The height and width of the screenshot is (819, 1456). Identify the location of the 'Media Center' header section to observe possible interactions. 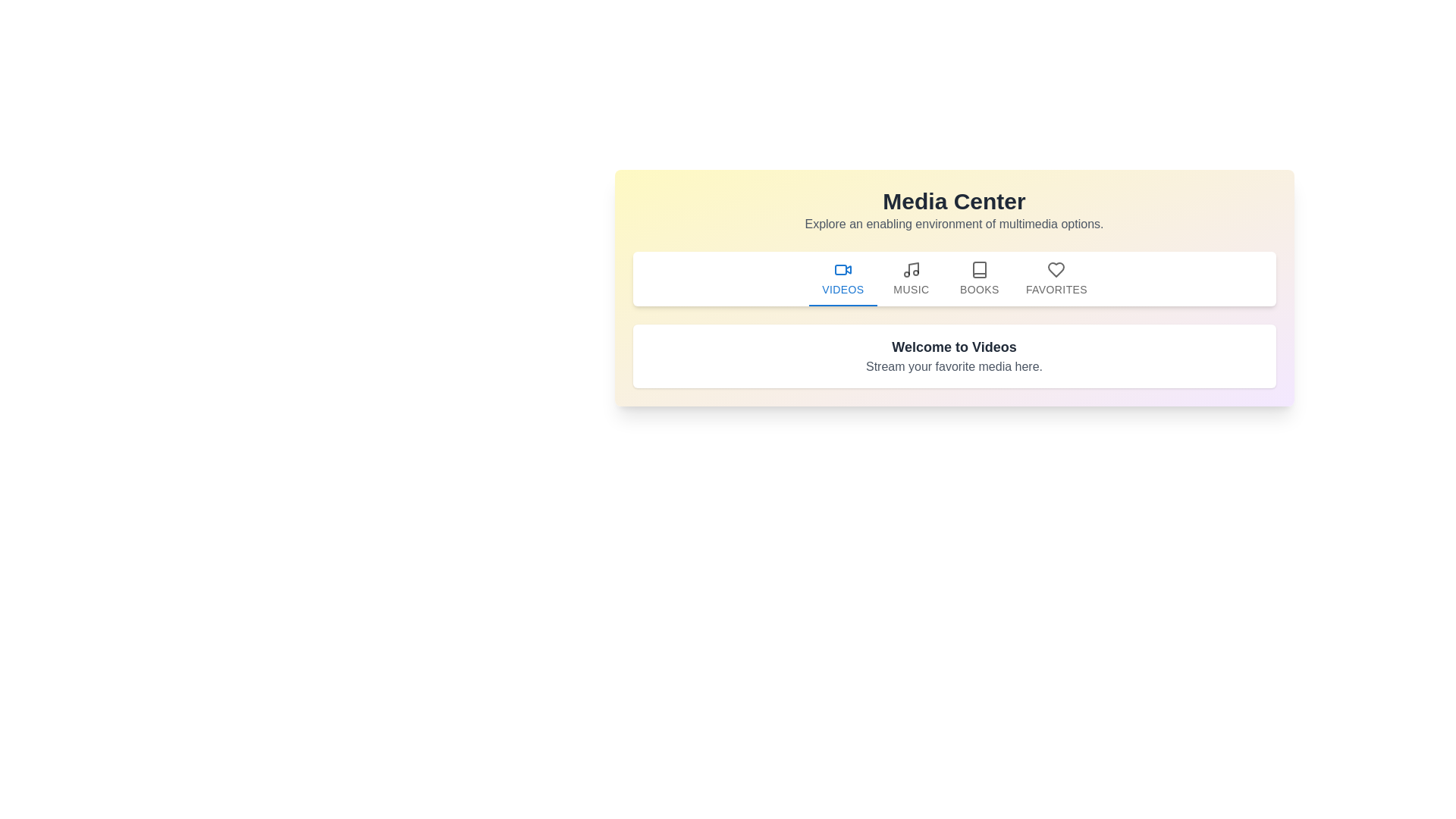
(953, 210).